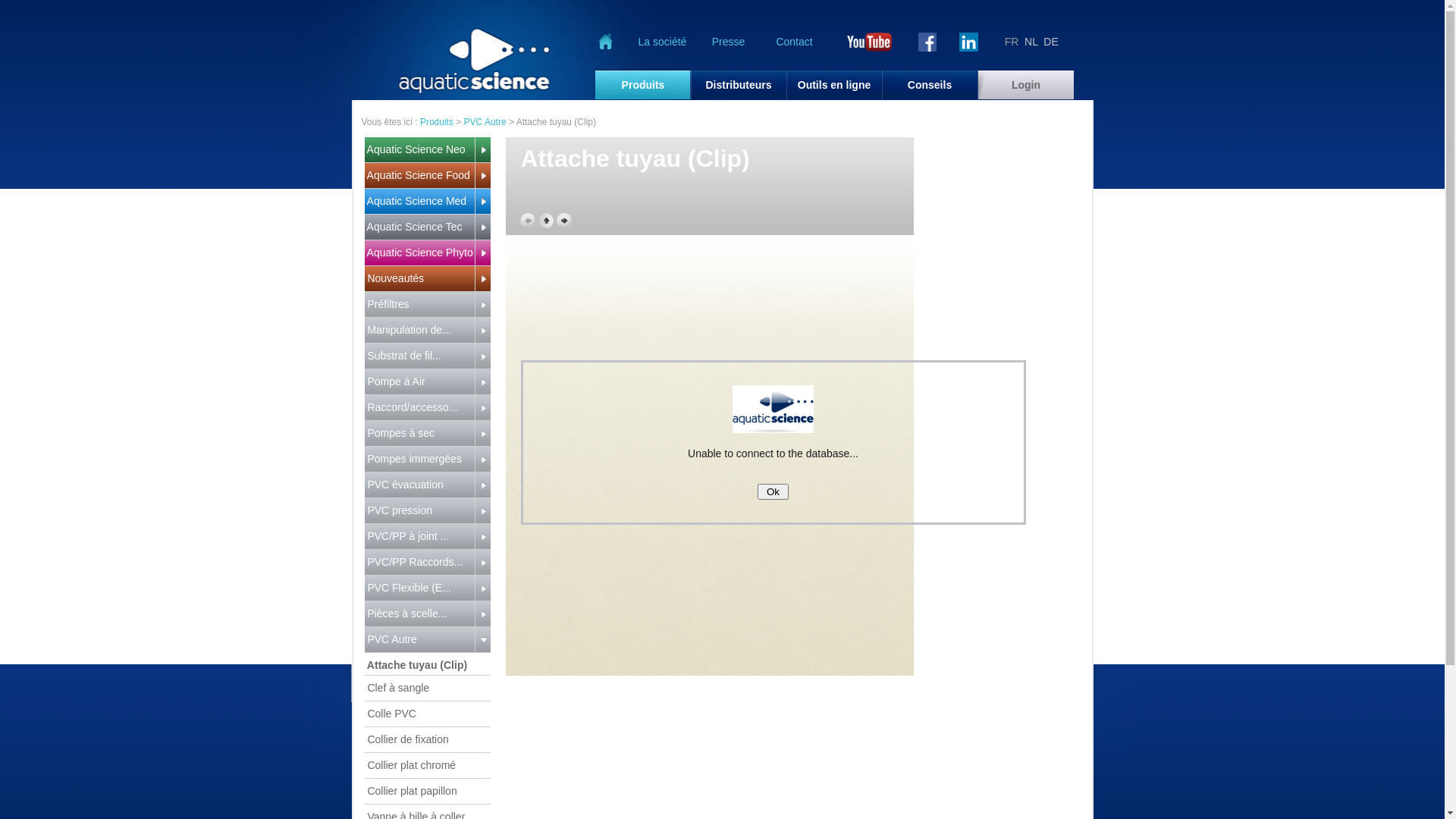  I want to click on ' Aquatic Science Med', so click(419, 201).